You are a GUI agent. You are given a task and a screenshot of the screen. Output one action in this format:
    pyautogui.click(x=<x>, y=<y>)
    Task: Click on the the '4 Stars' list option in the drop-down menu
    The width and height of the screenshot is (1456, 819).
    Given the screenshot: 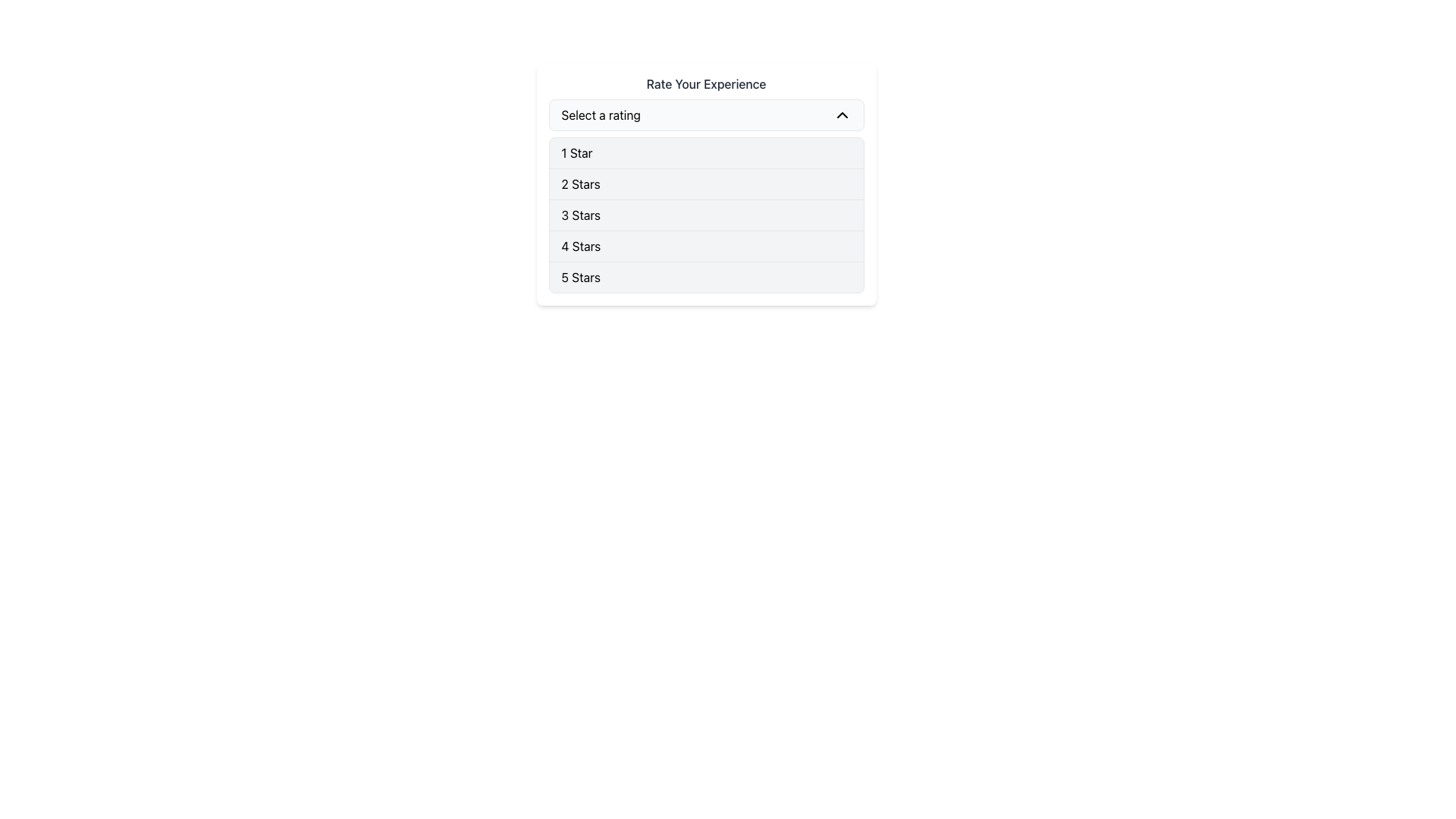 What is the action you would take?
    pyautogui.click(x=580, y=245)
    